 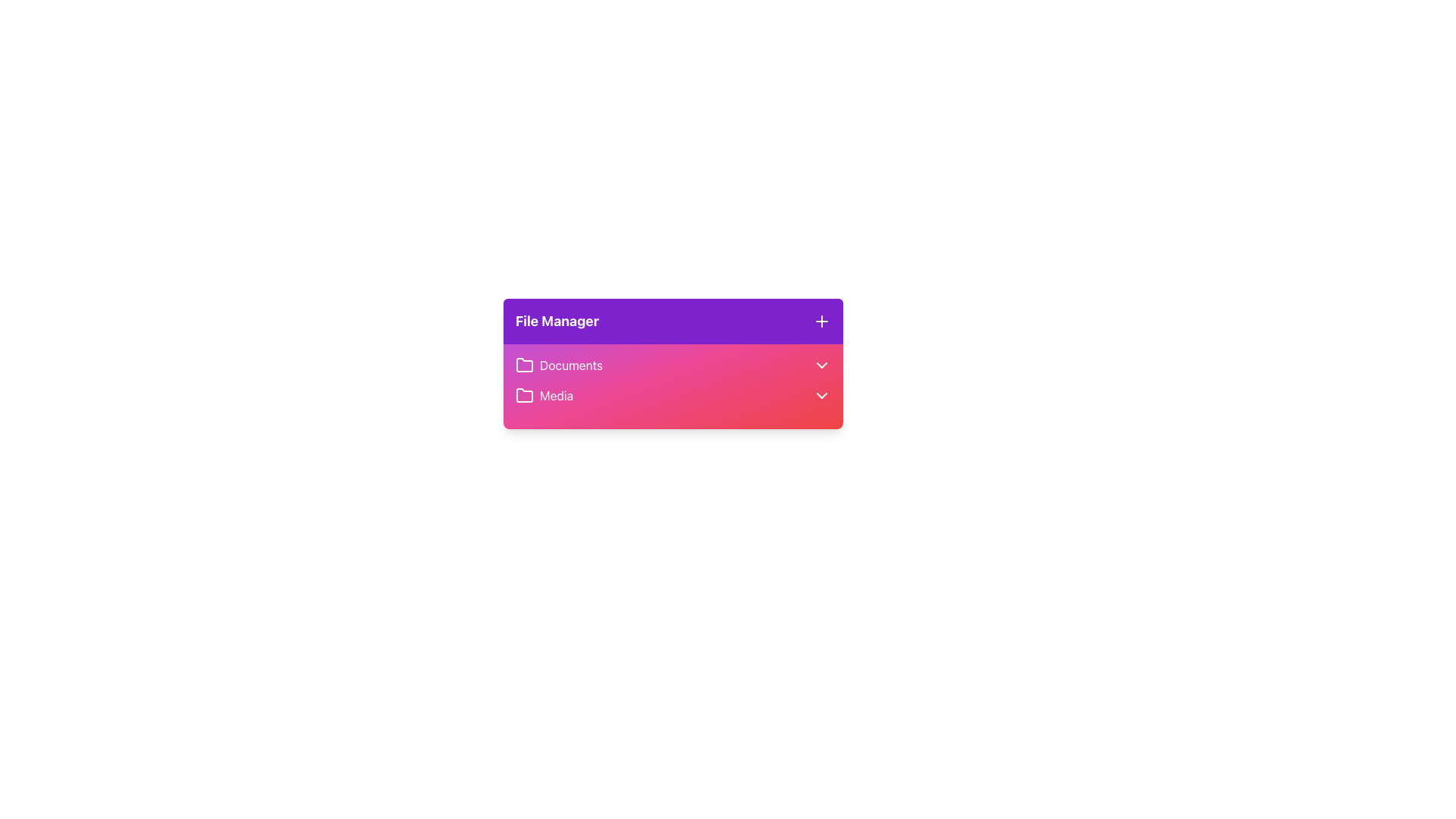 I want to click on the 'Documents' icon in the File Manager card, so click(x=524, y=365).